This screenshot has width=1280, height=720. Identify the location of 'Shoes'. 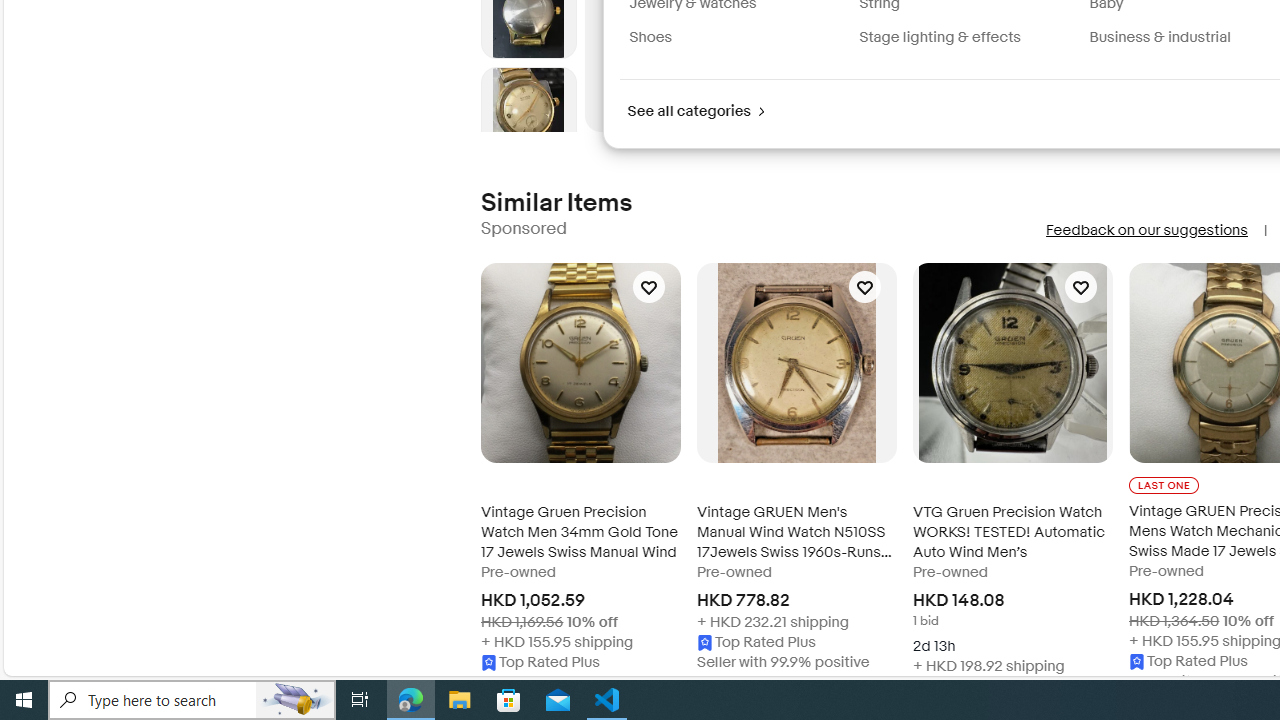
(650, 37).